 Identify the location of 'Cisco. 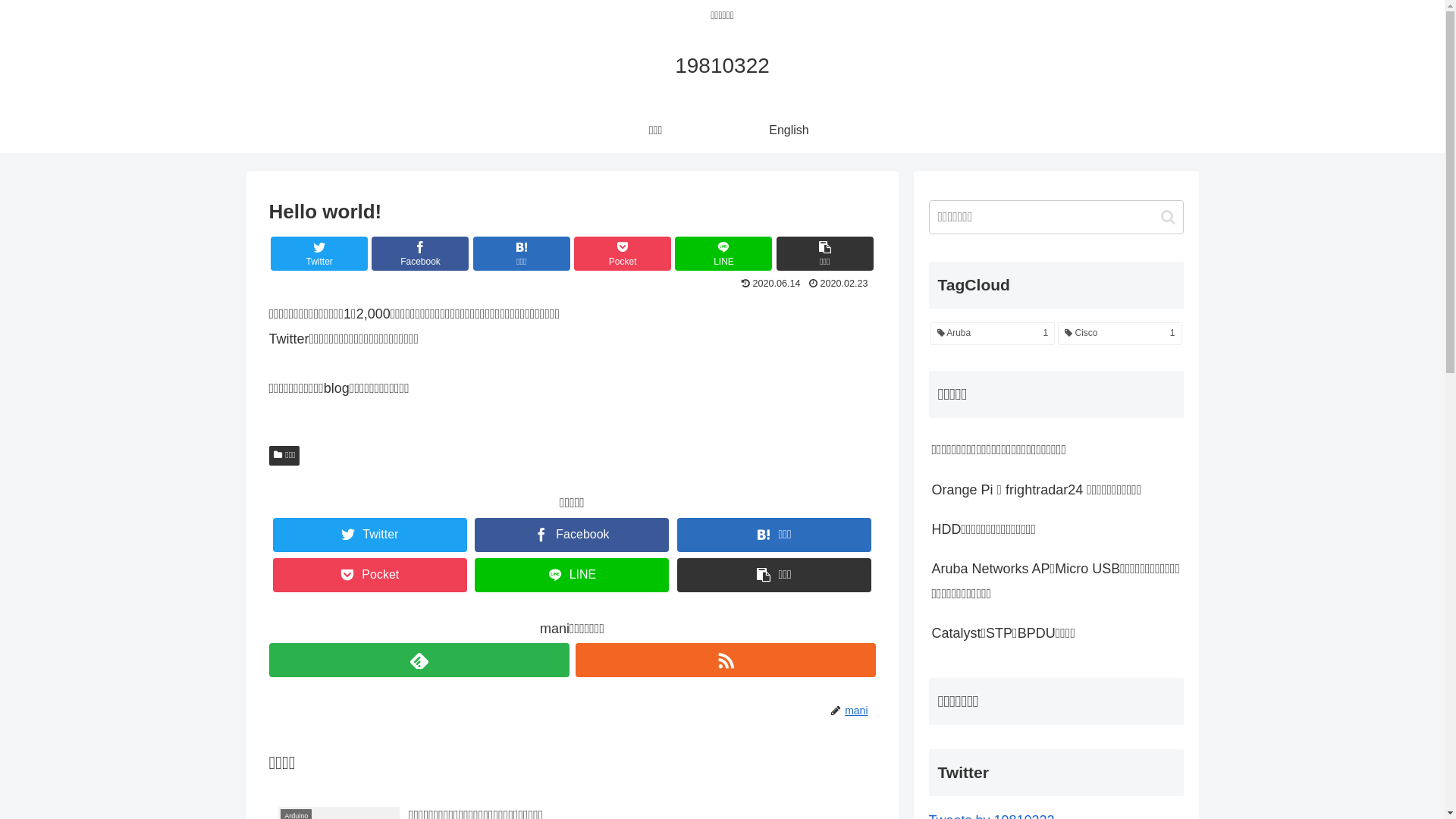
(1119, 332).